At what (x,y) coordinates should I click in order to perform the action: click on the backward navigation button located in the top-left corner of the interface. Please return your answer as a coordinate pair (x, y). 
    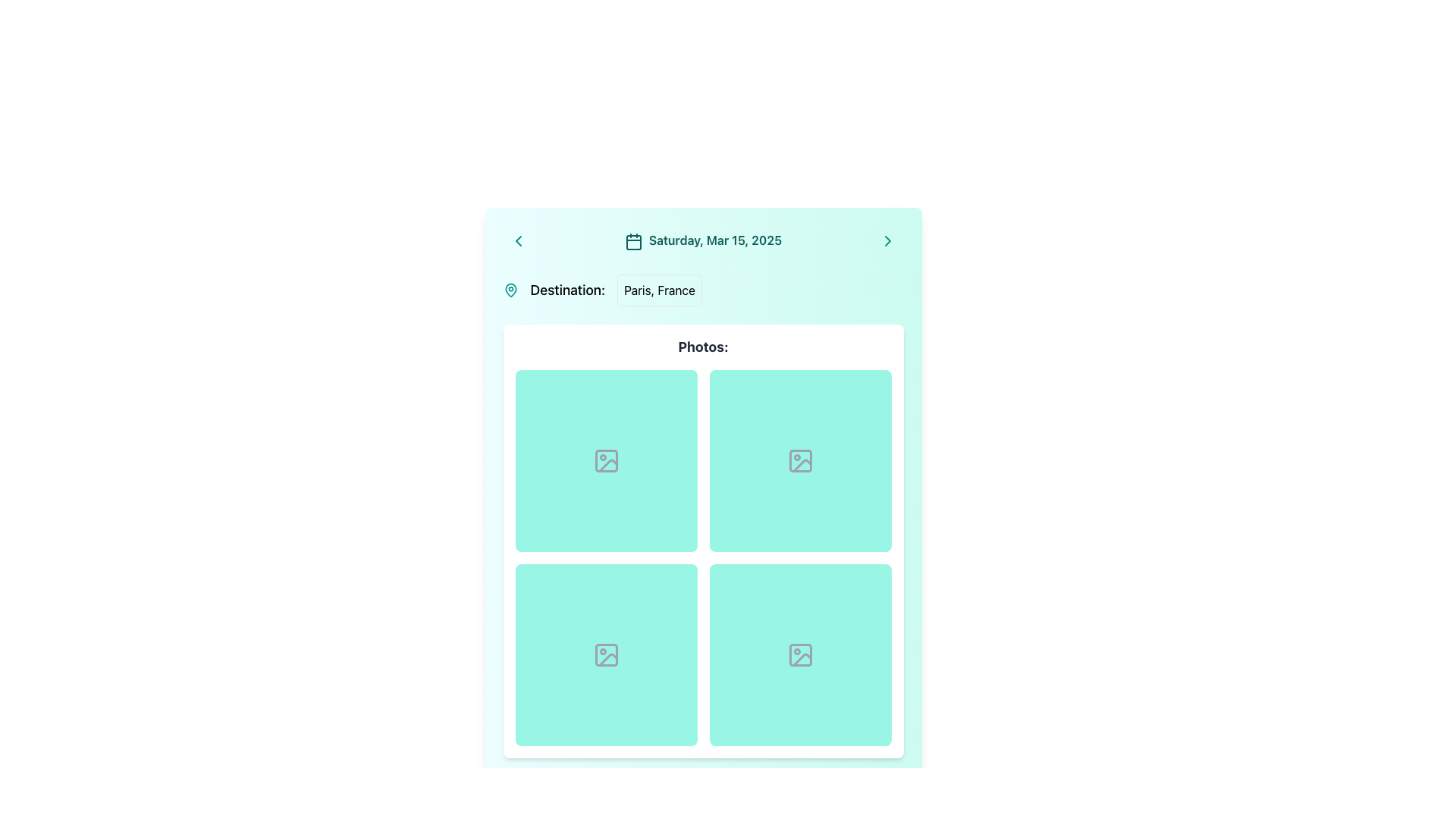
    Looking at the image, I should click on (518, 240).